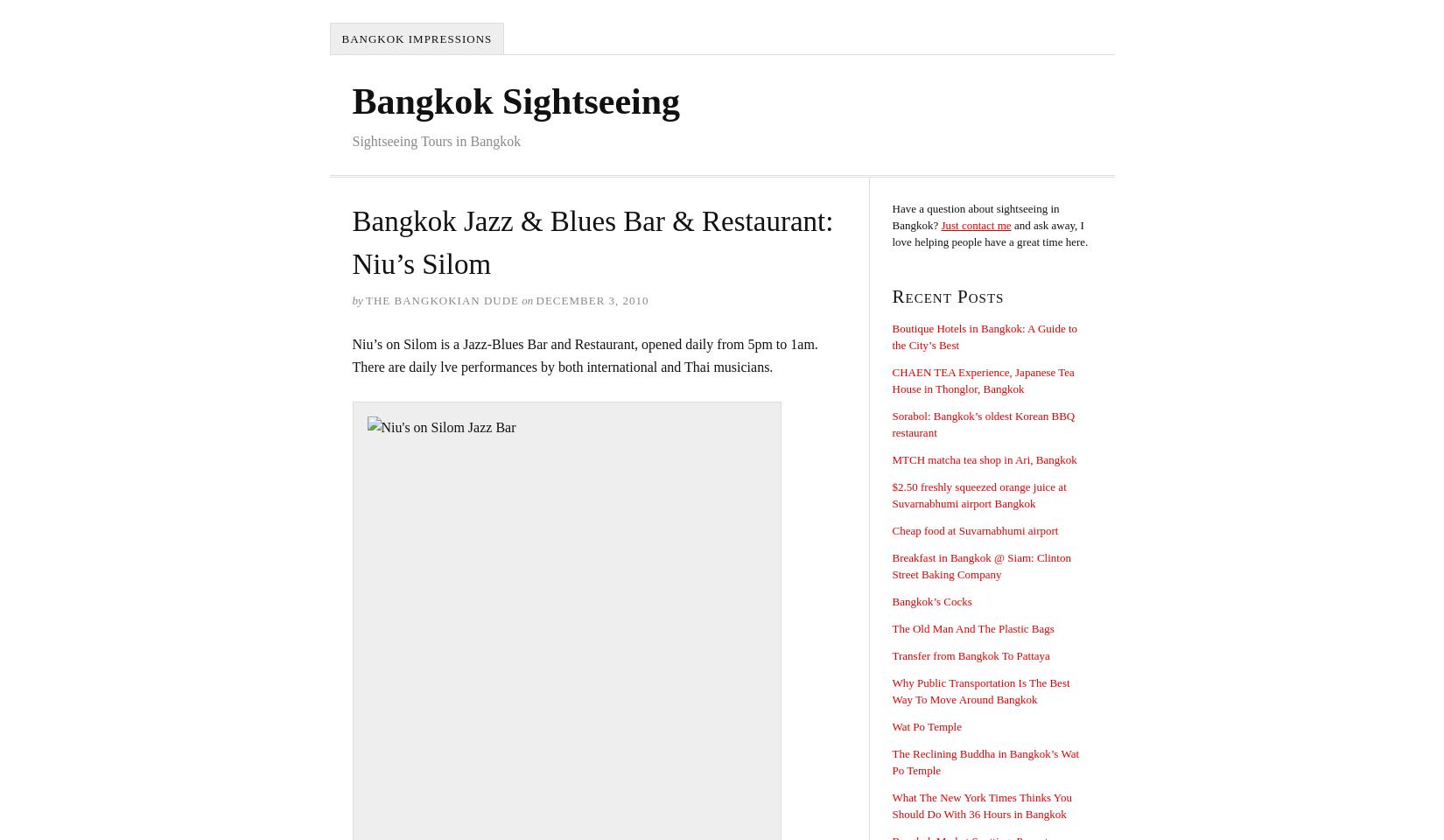 Image resolution: width=1444 pixels, height=840 pixels. Describe the element at coordinates (985, 761) in the screenshot. I see `'The Reclining Buddha in Bangkok’s Wat Po Temple'` at that location.